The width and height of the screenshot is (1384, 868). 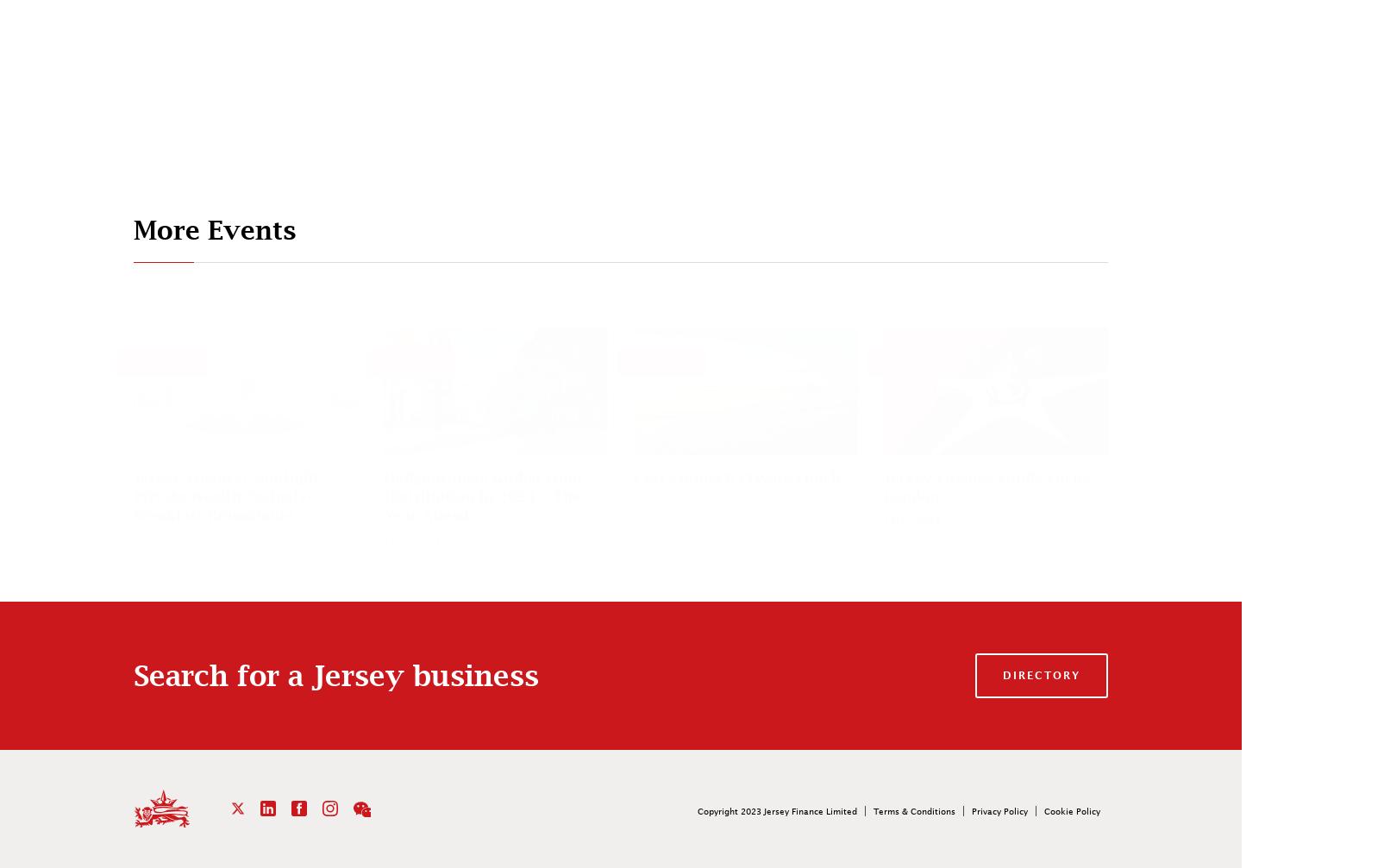 What do you see at coordinates (225, 495) in the screenshot?
I see `'Jersey Finance: Spotlight Private Wealth Exclusive Breakfast Roundtable'` at bounding box center [225, 495].